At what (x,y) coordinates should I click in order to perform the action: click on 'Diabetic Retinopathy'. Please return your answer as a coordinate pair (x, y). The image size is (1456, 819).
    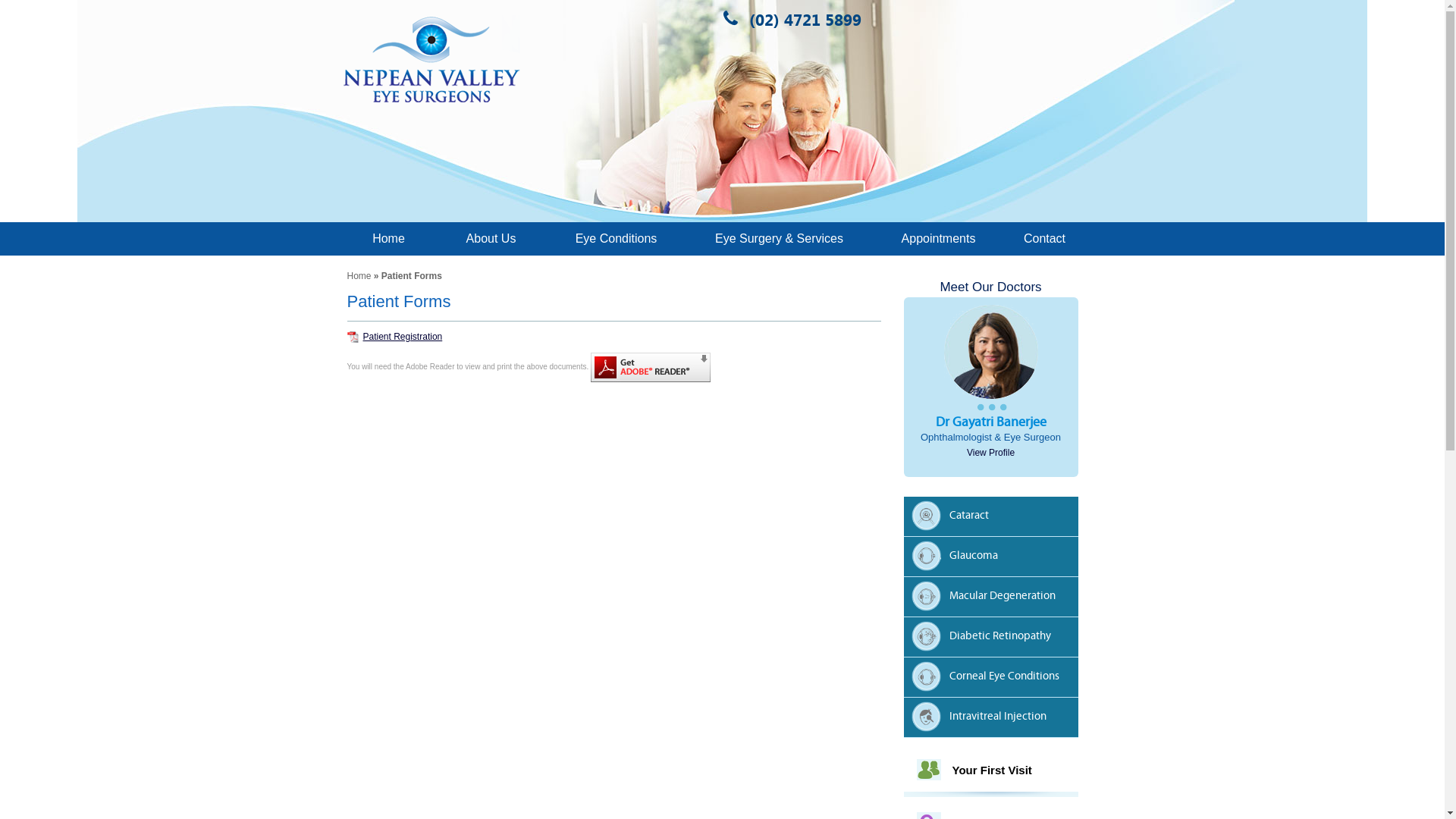
    Looking at the image, I should click on (994, 639).